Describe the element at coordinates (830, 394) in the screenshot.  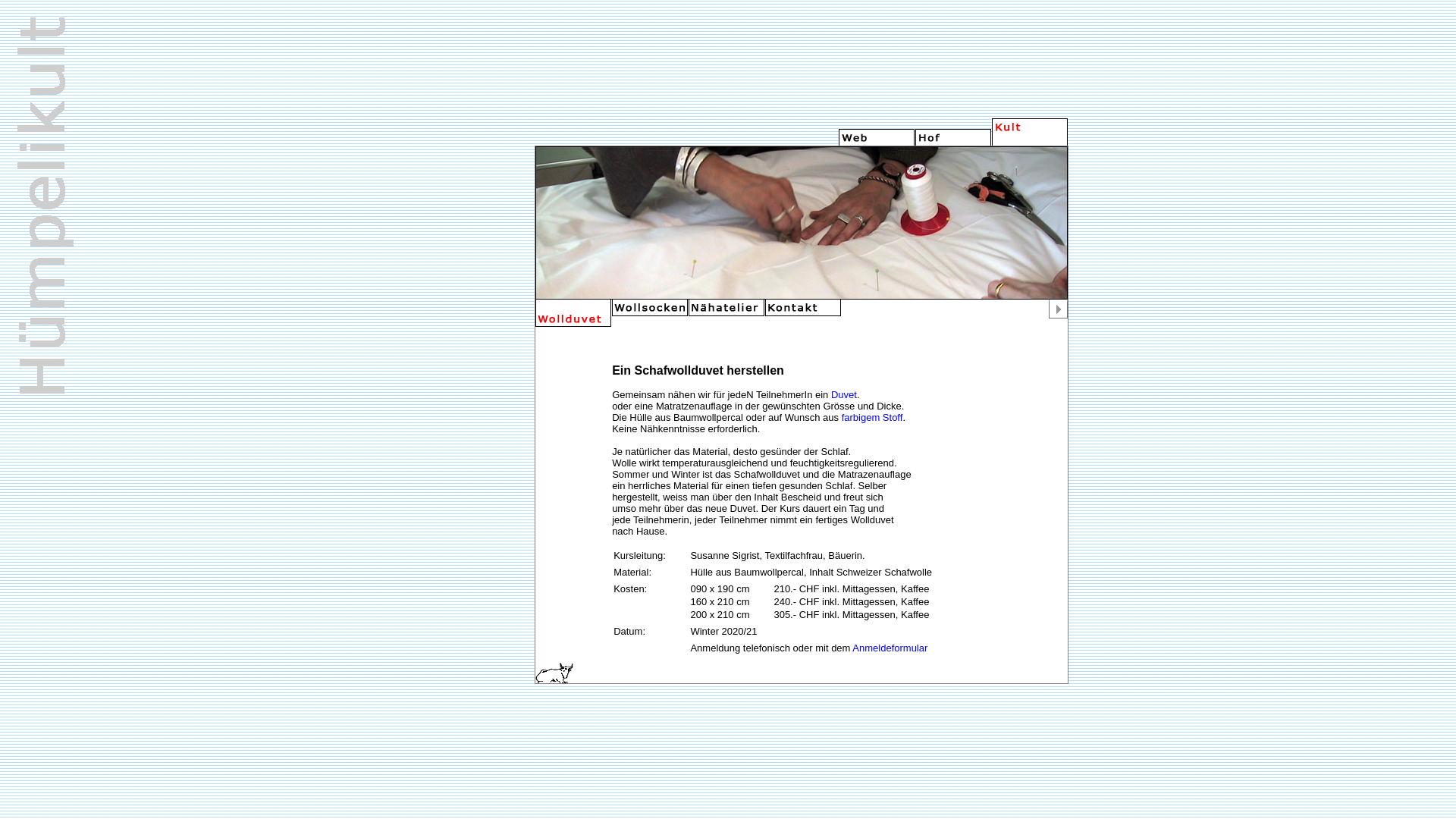
I see `'Duvet'` at that location.